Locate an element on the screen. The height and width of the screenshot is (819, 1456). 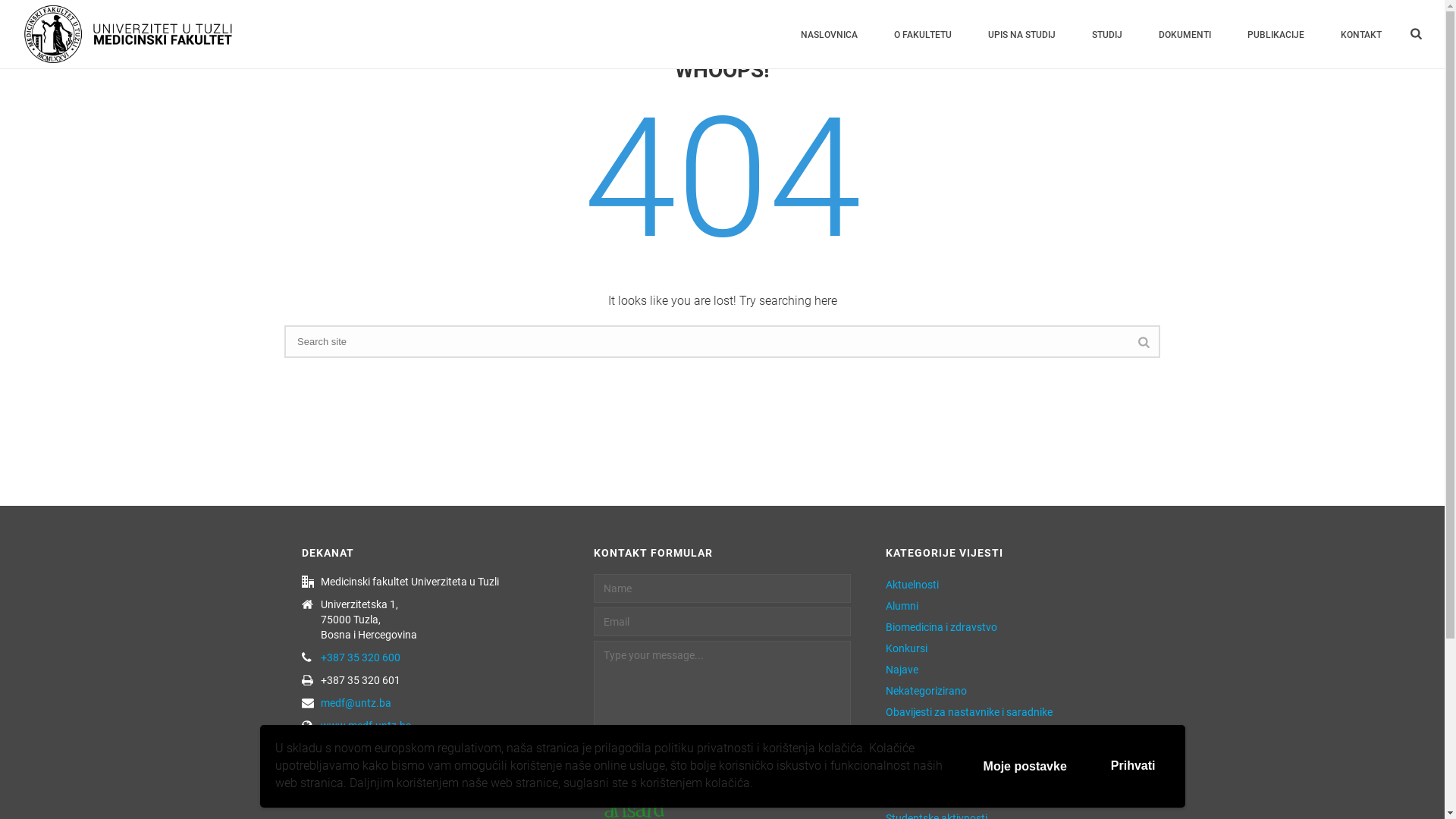
'Aktuelnosti' is located at coordinates (912, 584).